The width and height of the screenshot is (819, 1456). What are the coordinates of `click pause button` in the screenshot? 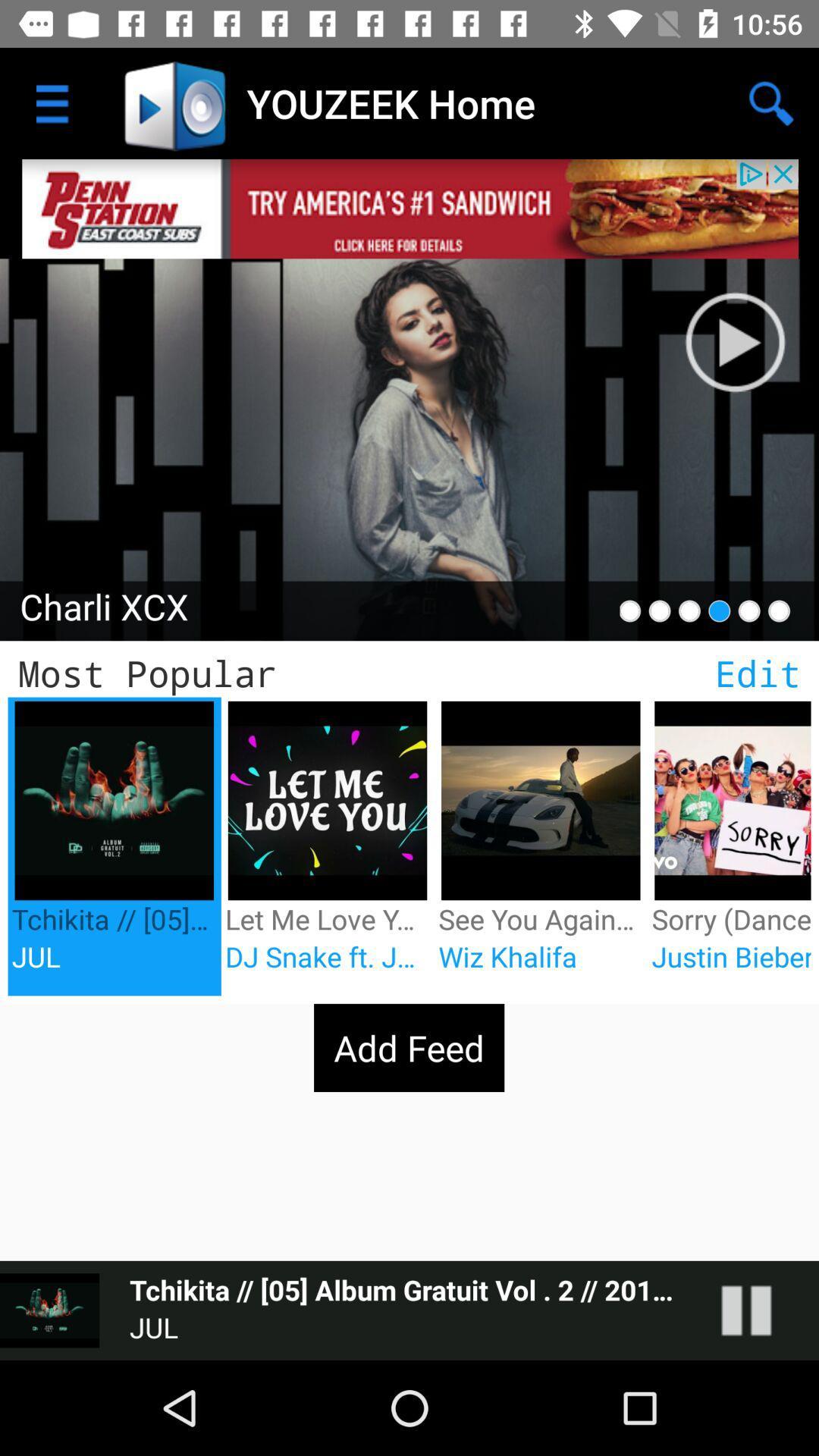 It's located at (751, 325).